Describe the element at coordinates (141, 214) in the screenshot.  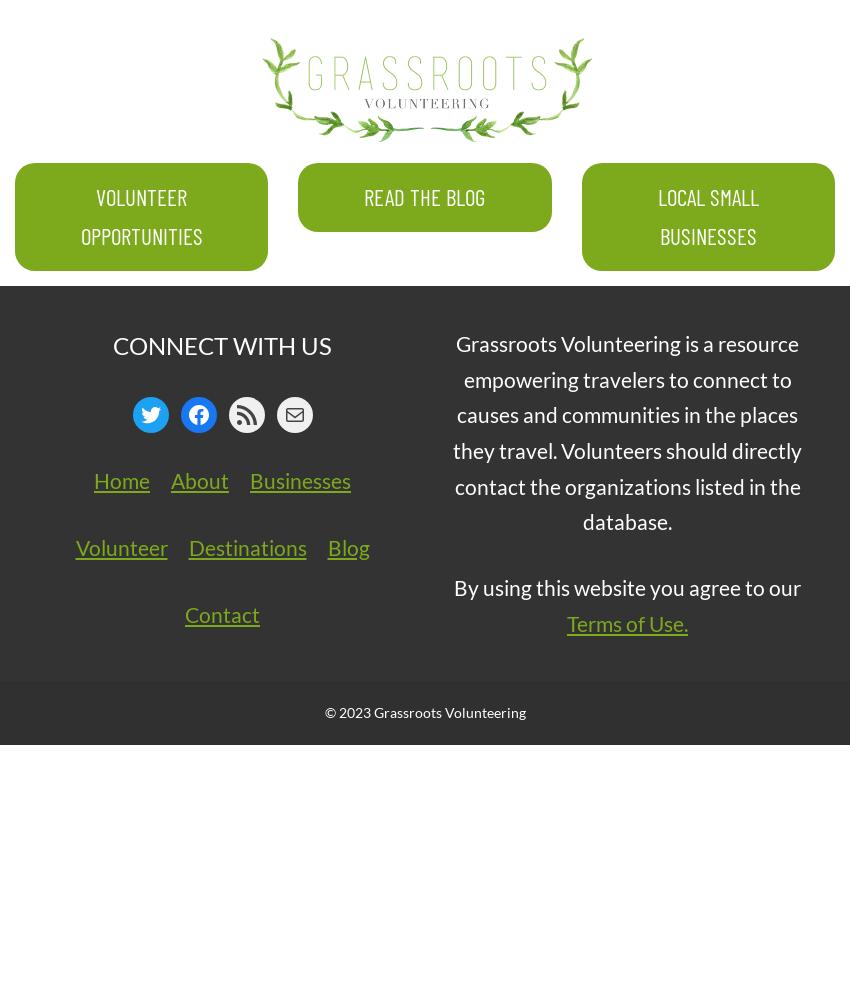
I see `'Volunteer Opportunities'` at that location.